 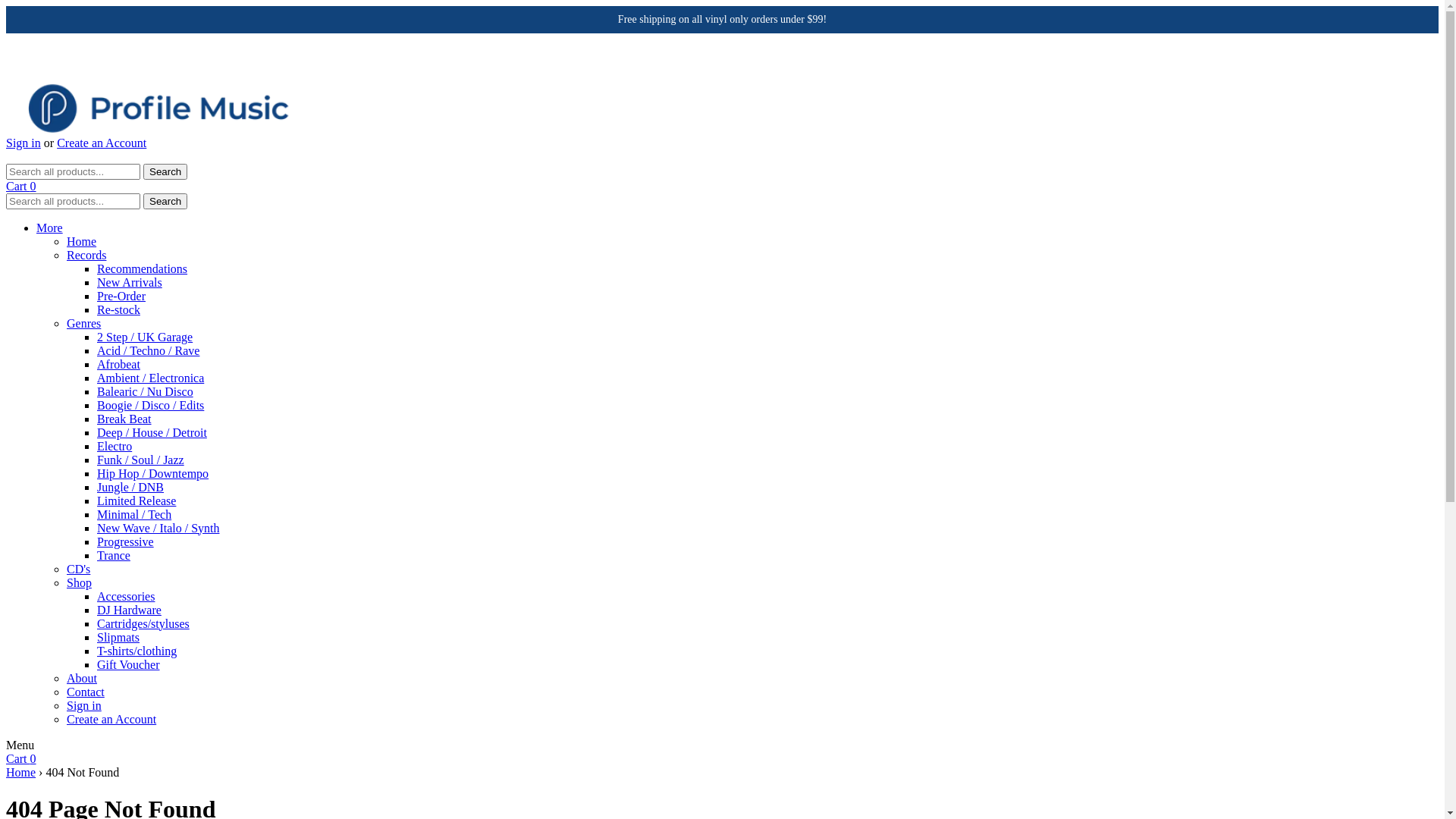 What do you see at coordinates (165, 171) in the screenshot?
I see `'Search'` at bounding box center [165, 171].